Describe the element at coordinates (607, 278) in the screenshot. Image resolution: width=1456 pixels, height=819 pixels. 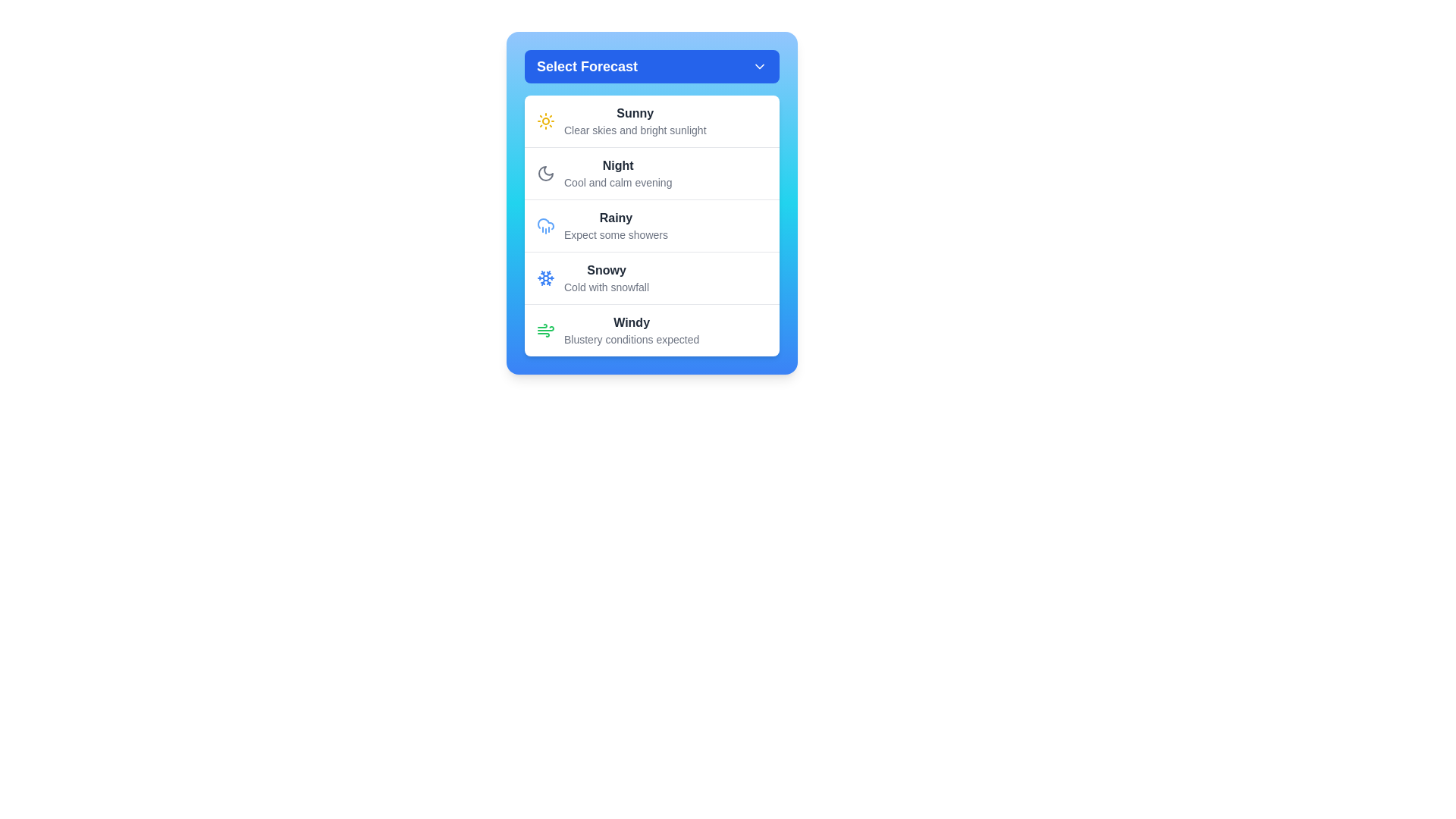
I see `the fourth selectable list item labeled 'Snowy' with the description 'Cold with snowfall'` at that location.